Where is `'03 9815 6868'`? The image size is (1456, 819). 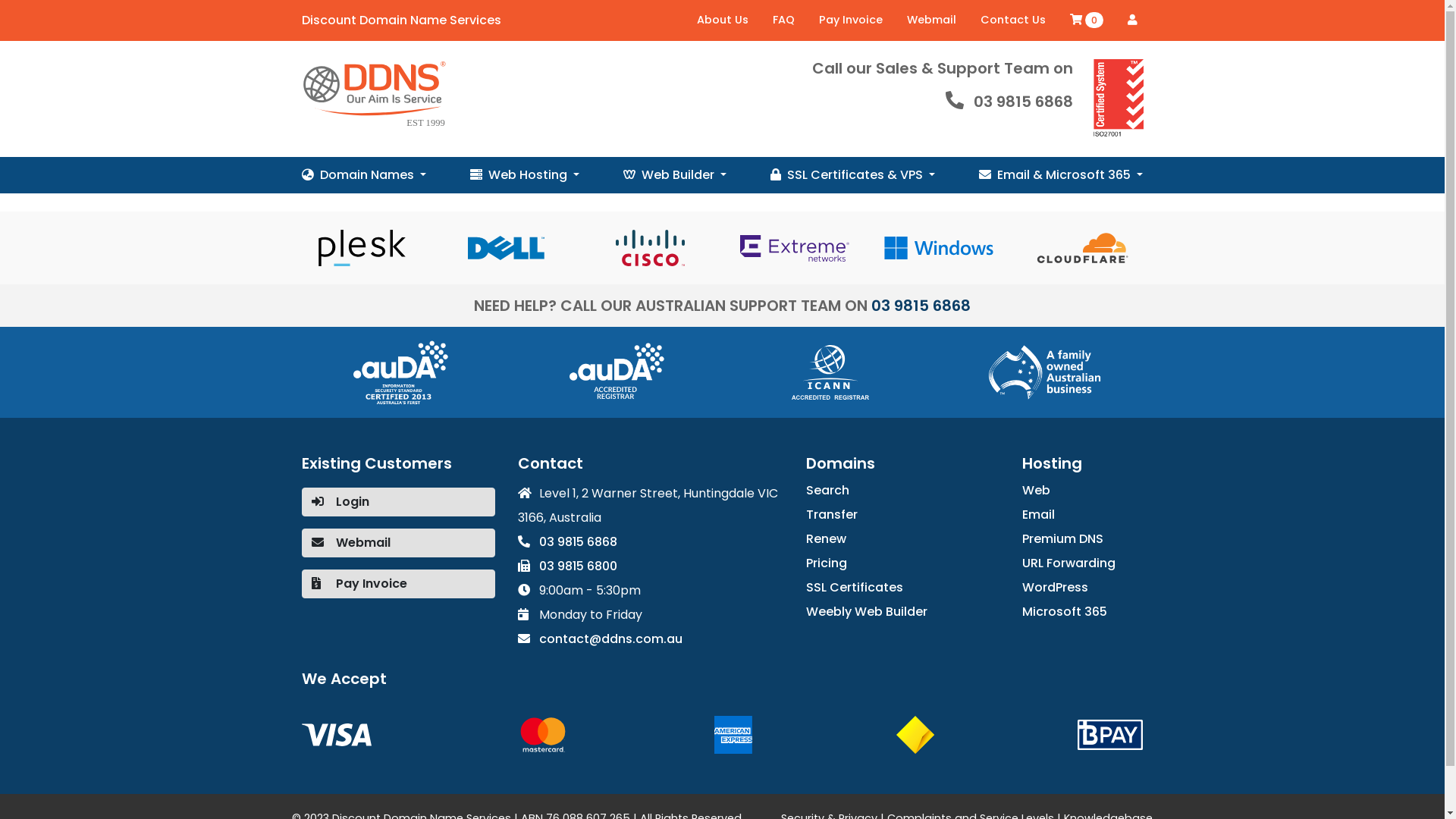
'03 9815 6868' is located at coordinates (1023, 102).